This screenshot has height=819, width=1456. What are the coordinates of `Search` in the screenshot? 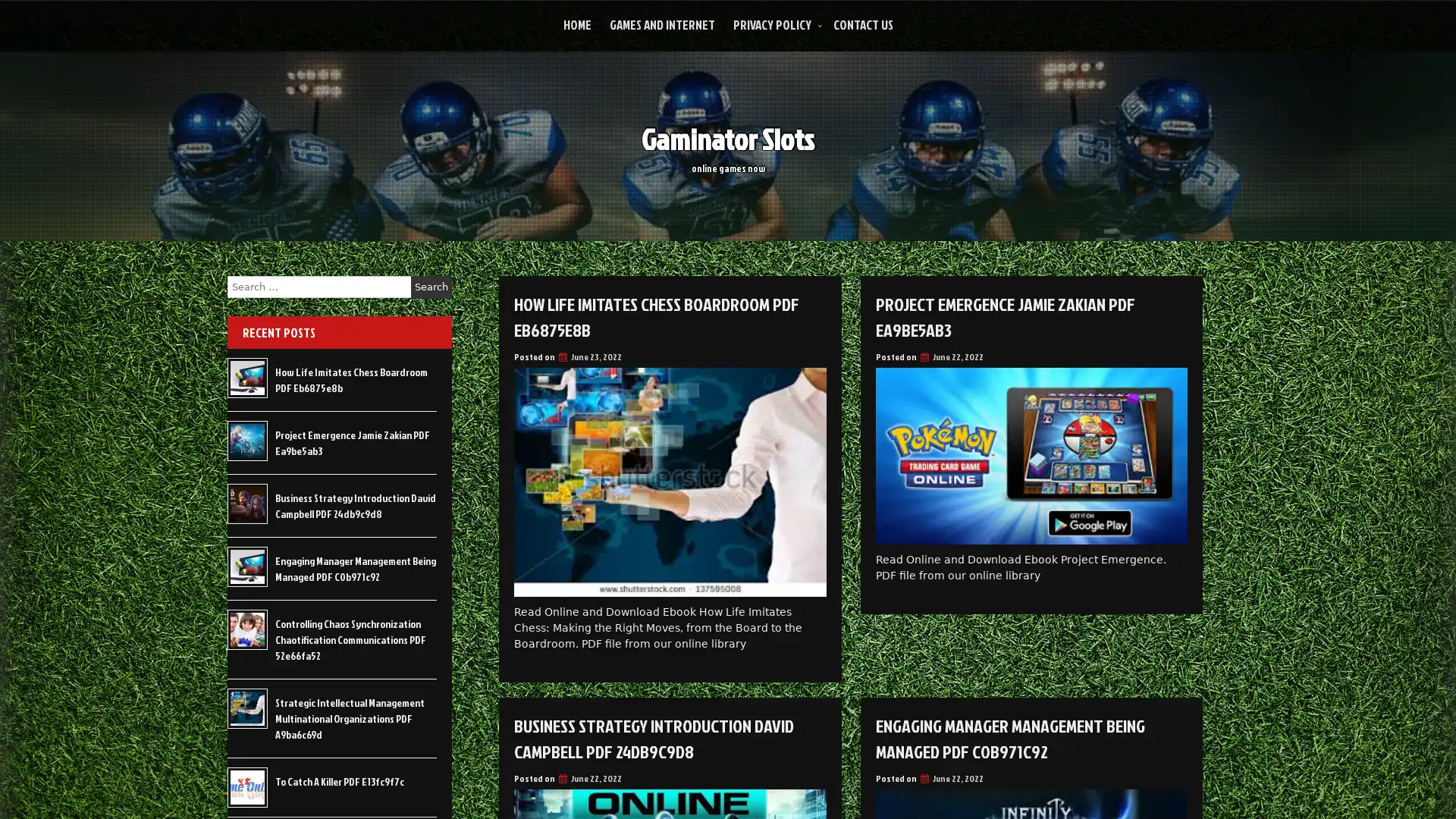 It's located at (431, 287).